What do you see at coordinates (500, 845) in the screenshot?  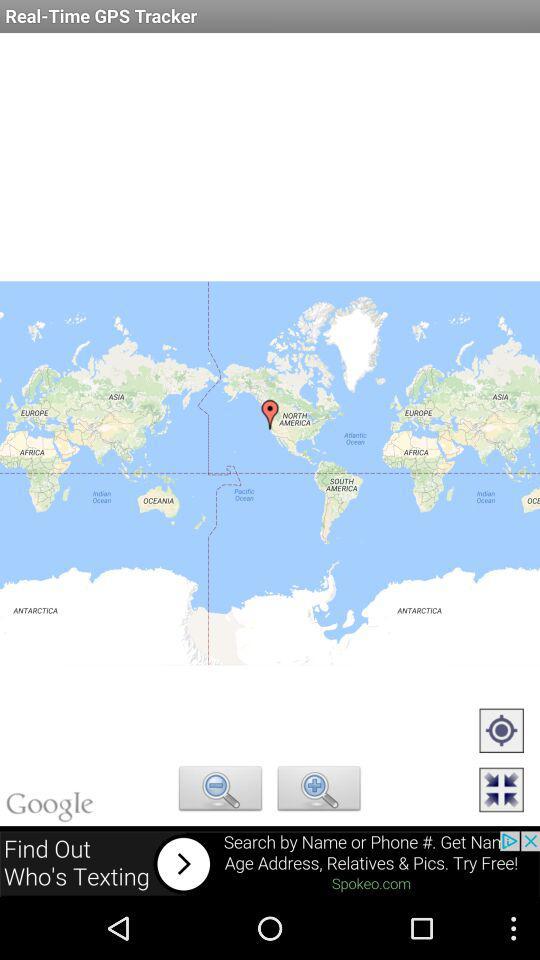 I see `the fullscreen icon` at bounding box center [500, 845].